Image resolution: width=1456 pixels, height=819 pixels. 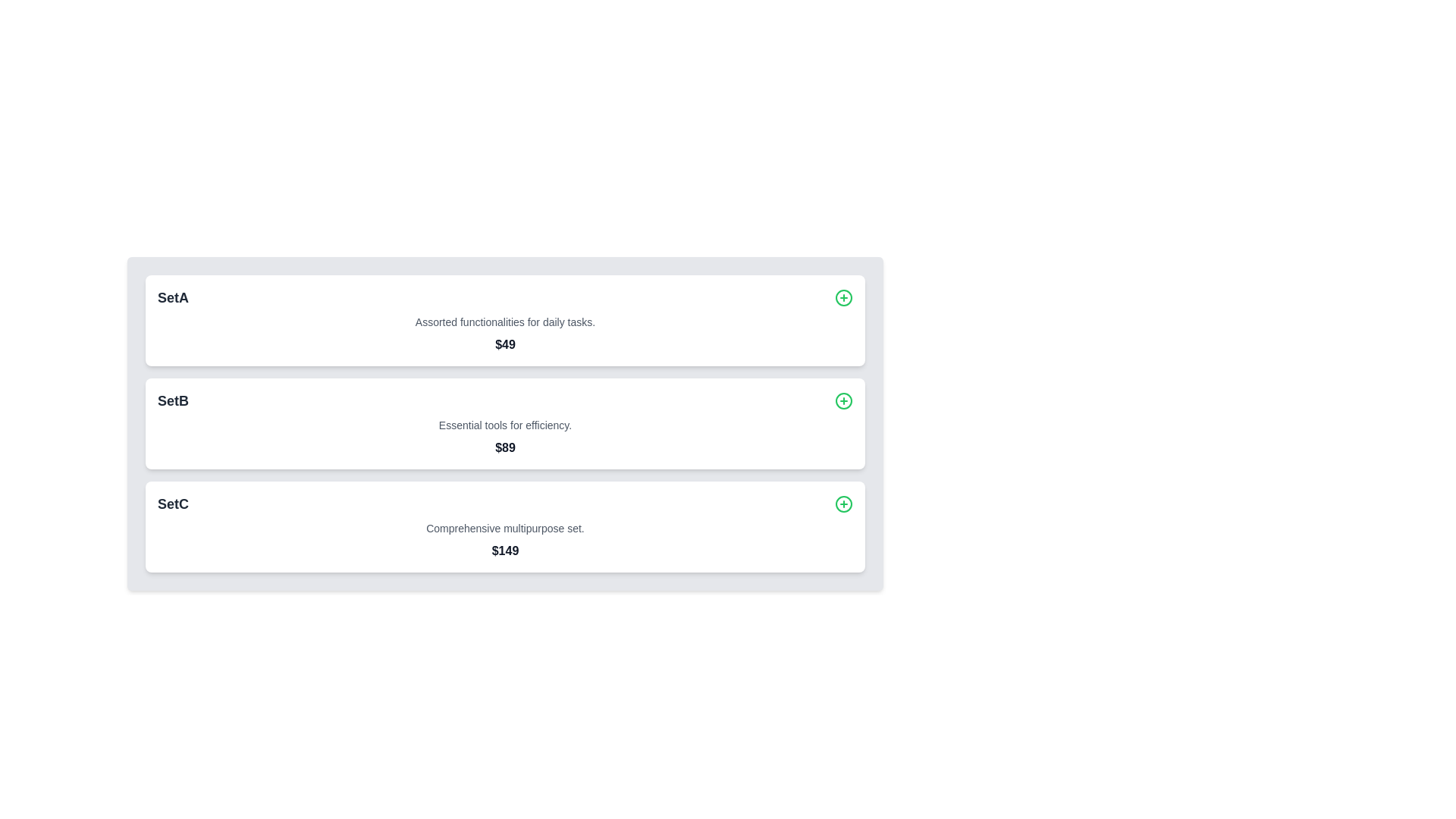 What do you see at coordinates (505, 447) in the screenshot?
I see `price displayed as '$89' in bold dark gray font, located centrally at the bottom of the 'SetB' card below the descriptive text 'Essential tools for efficiency.'` at bounding box center [505, 447].